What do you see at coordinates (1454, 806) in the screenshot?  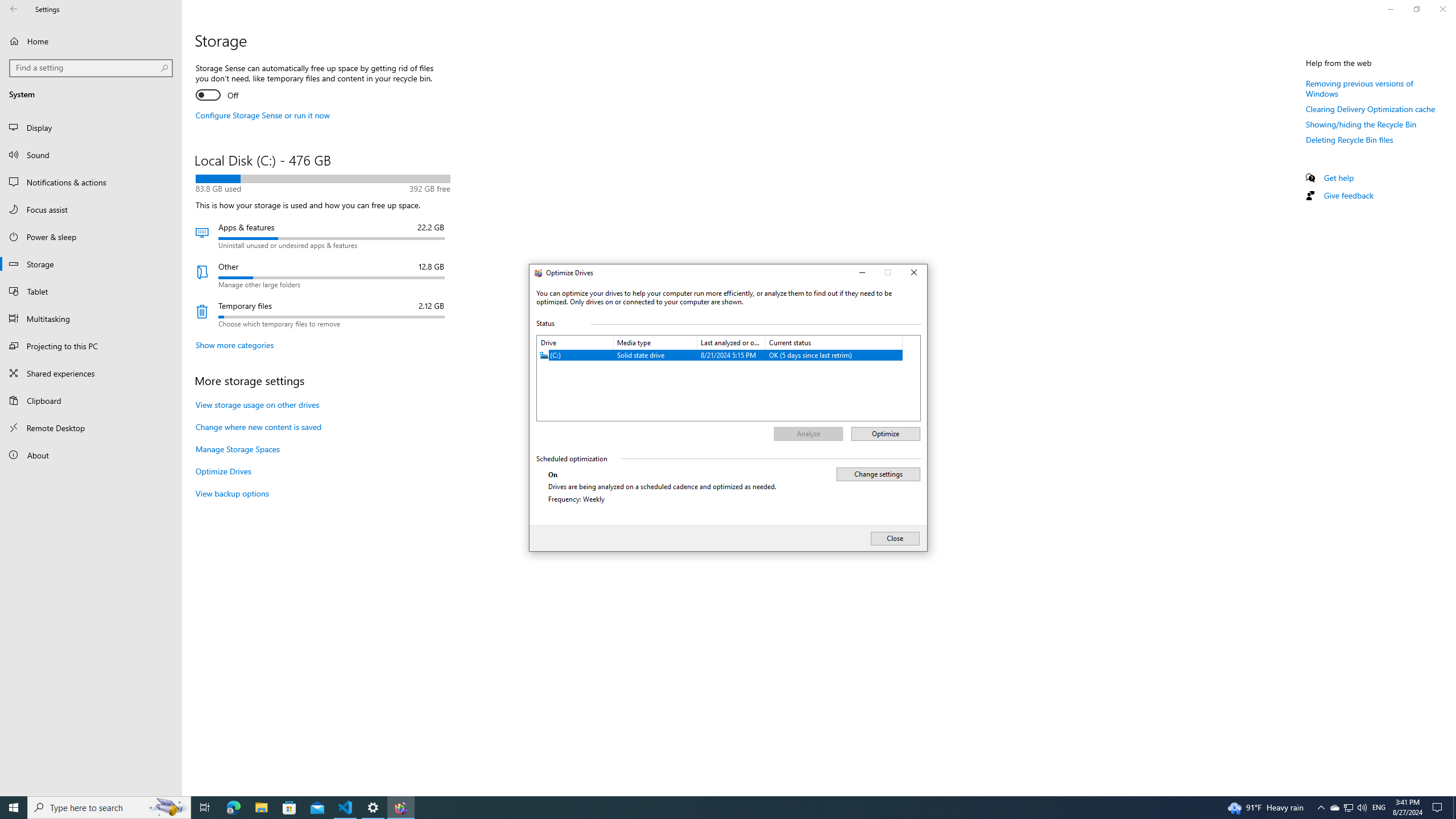 I see `'Show desktop'` at bounding box center [1454, 806].